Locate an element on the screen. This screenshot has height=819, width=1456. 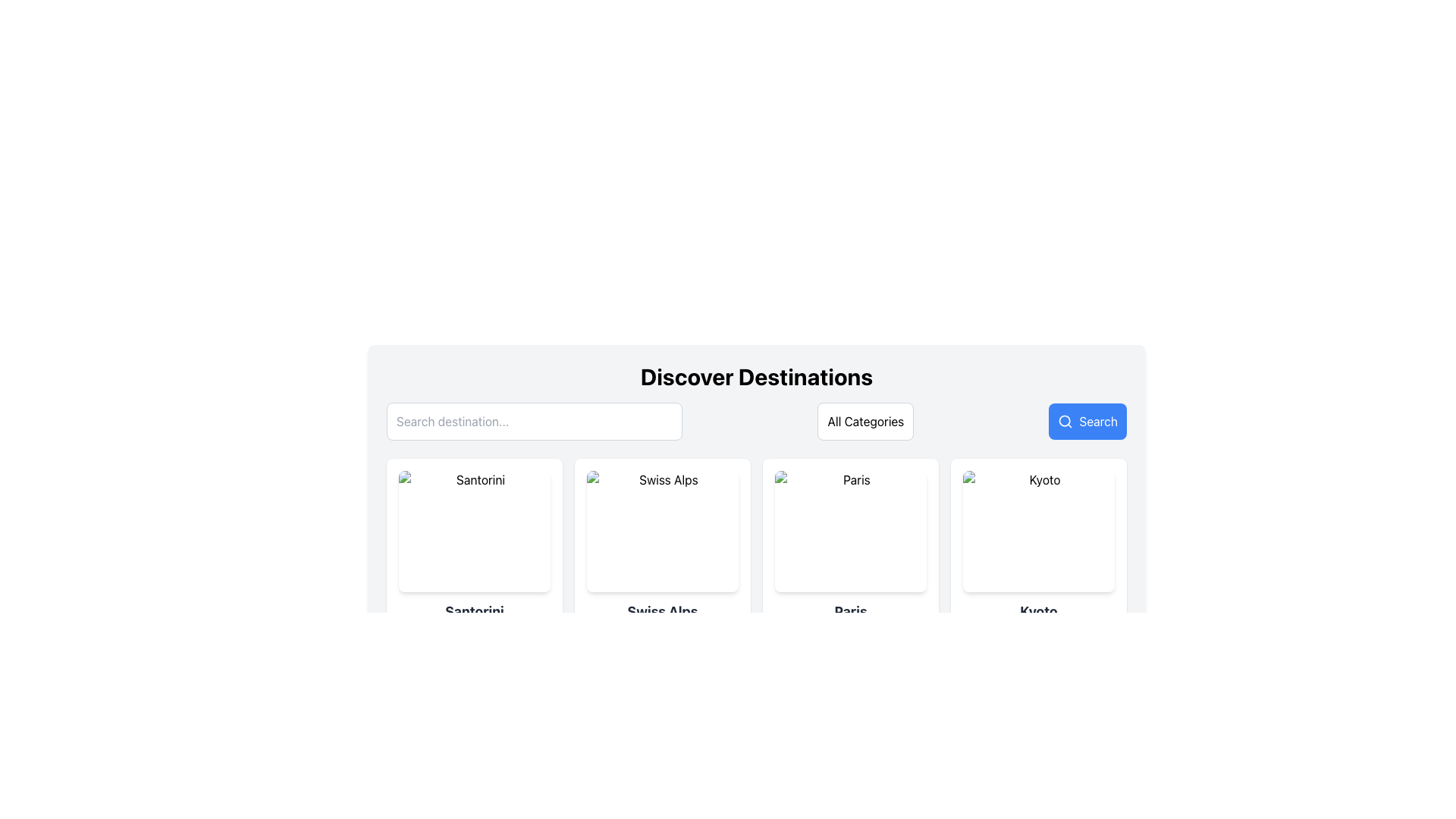
the text label displaying 'Kyoto' located below an image on the fourth card in the row on the right is located at coordinates (1037, 610).